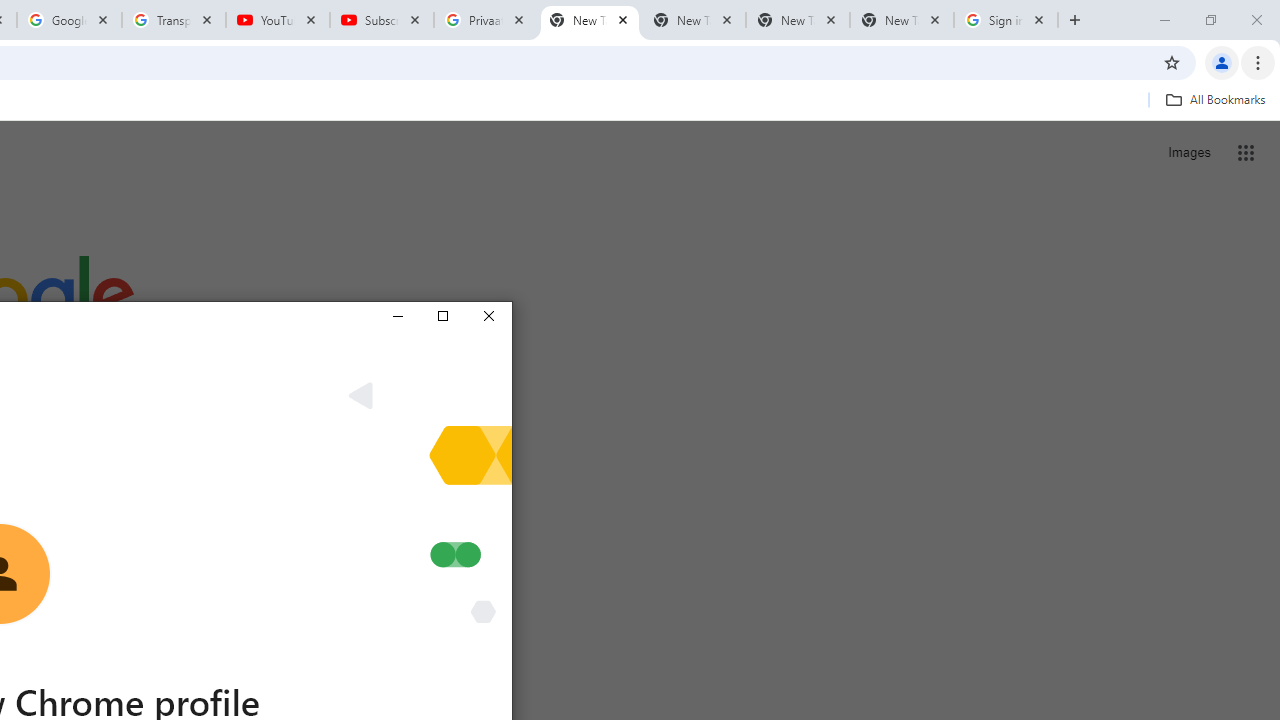  I want to click on 'New Tab', so click(900, 20).